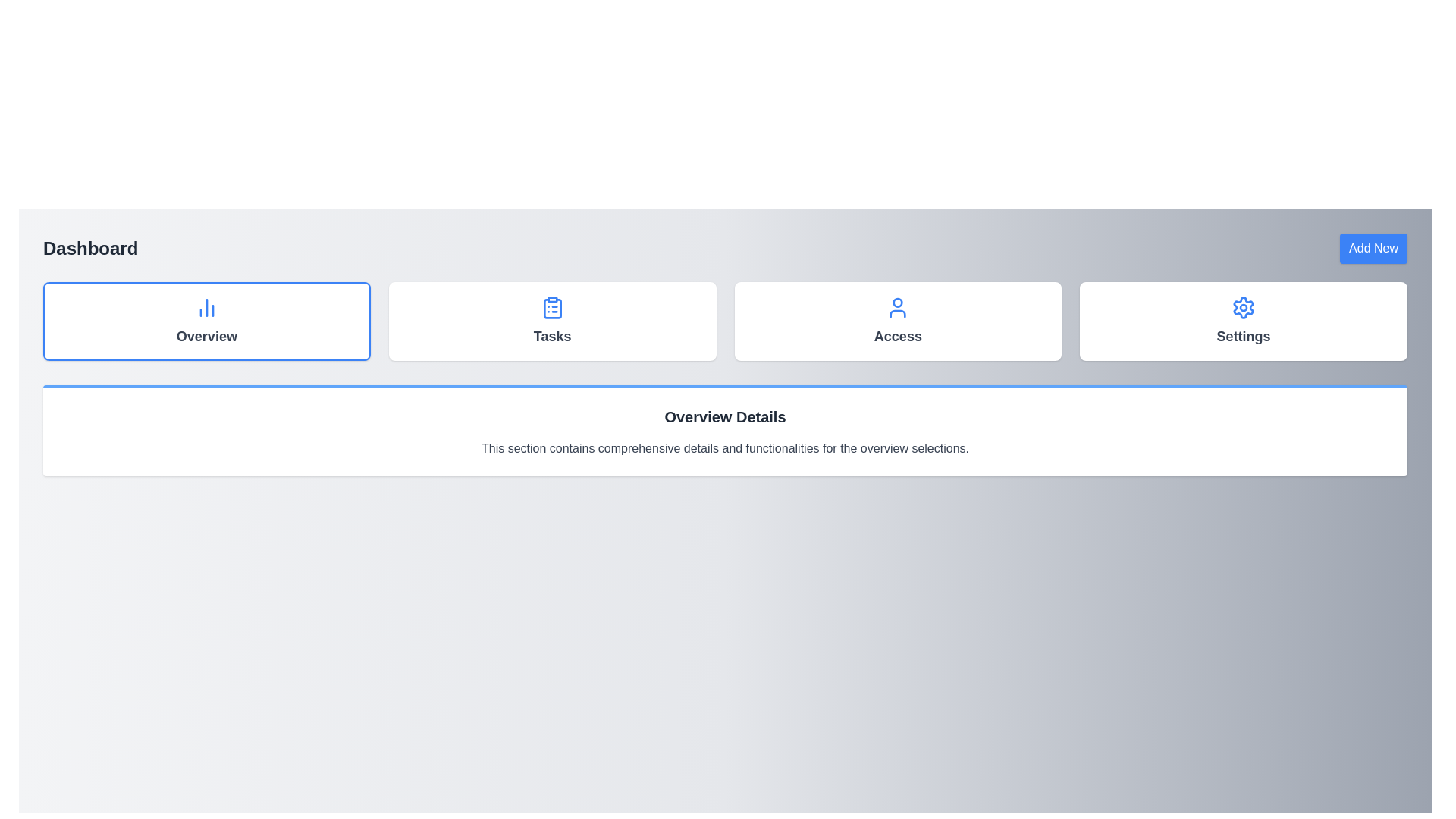 The image size is (1456, 819). I want to click on the user-related features icon located in the 'Access' section of the top menu area, centered above the label 'Access', so click(898, 307).